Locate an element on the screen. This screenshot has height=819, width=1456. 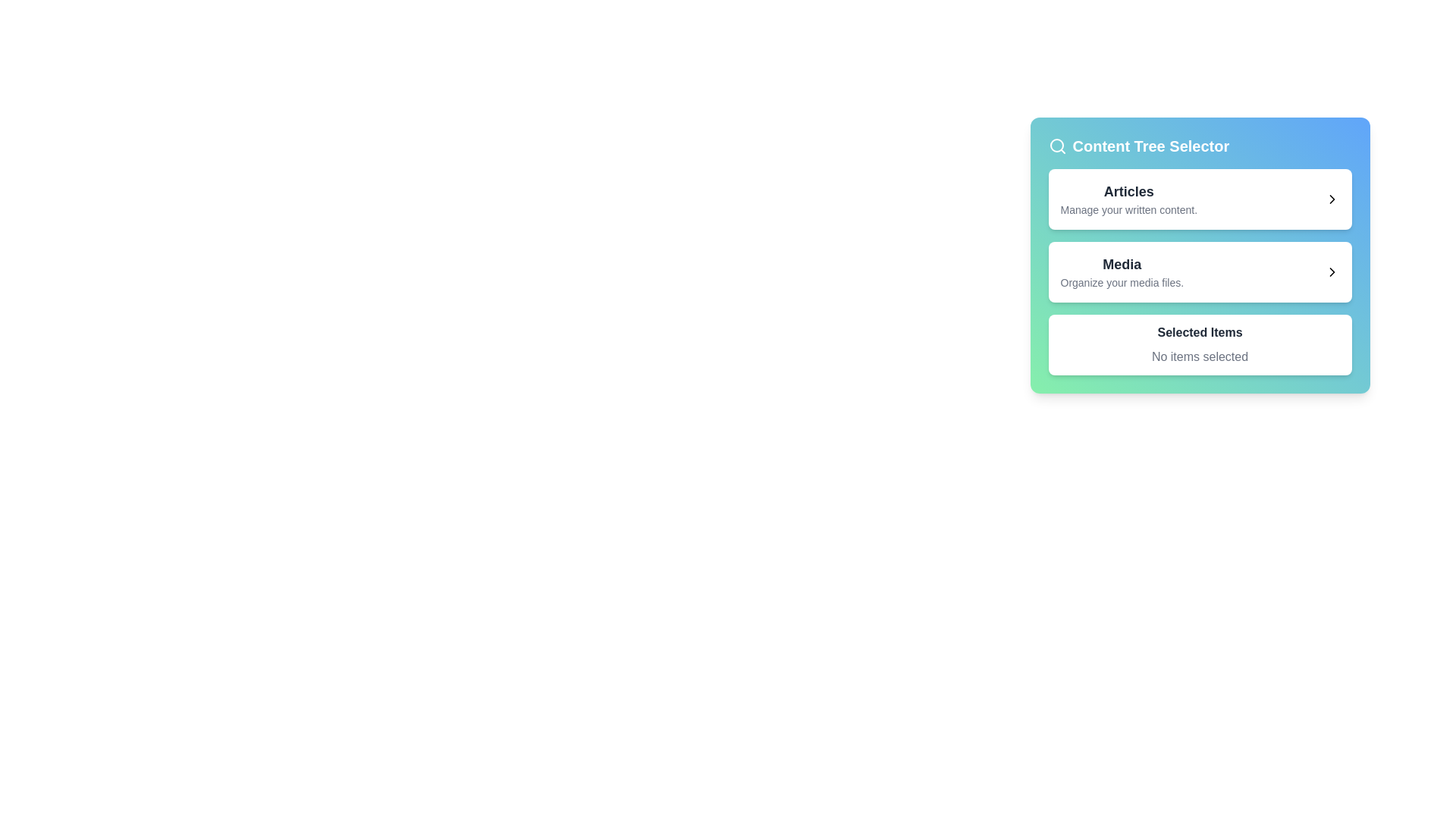
the header label located in the middle-right portion of the interface is located at coordinates (1122, 263).